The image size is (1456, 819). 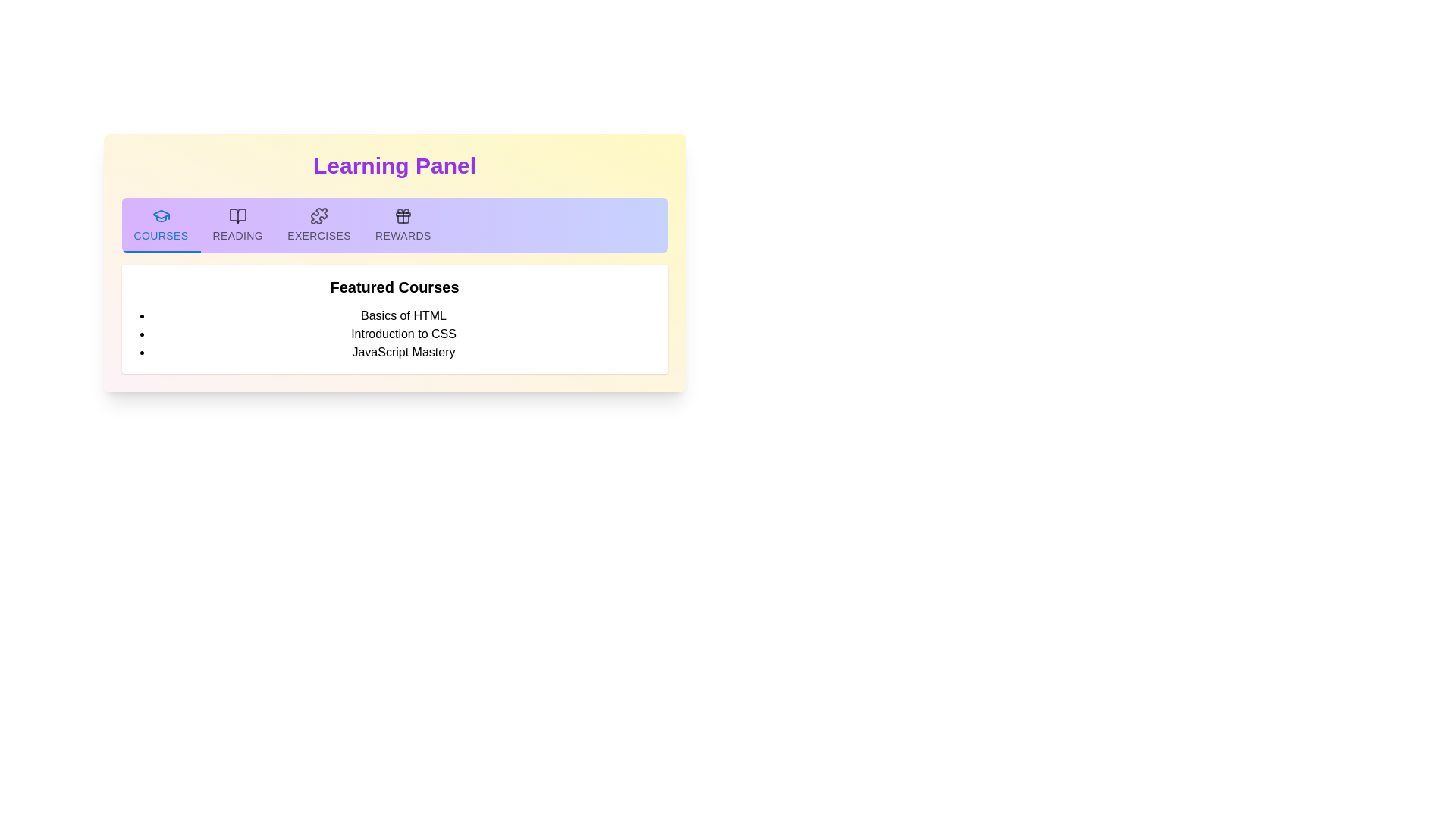 I want to click on the blue graduation cap SVG icon located in the 'Courses' tab, so click(x=161, y=216).